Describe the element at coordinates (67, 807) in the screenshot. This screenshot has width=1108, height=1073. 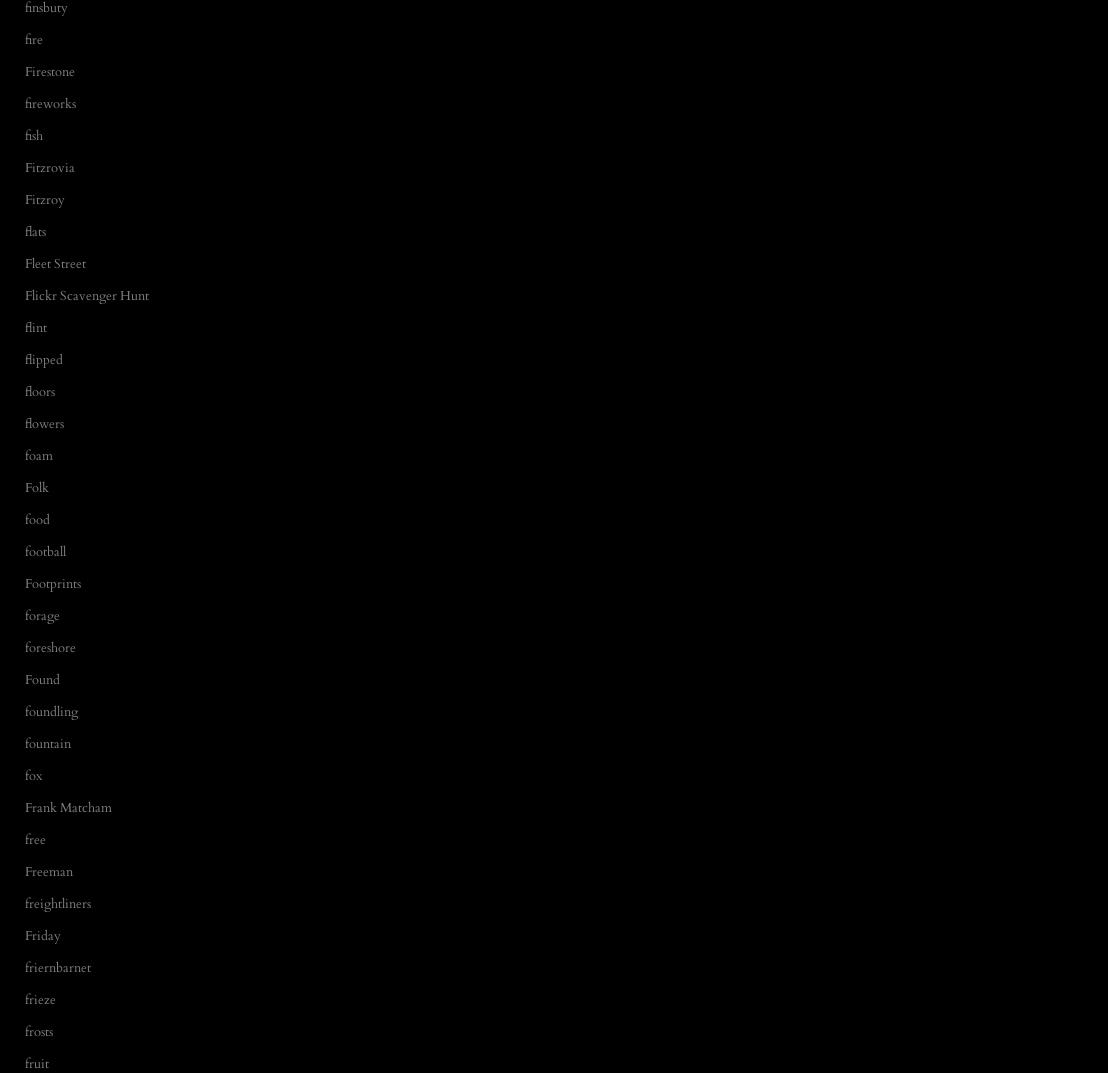
I see `'Frank Matcham'` at that location.